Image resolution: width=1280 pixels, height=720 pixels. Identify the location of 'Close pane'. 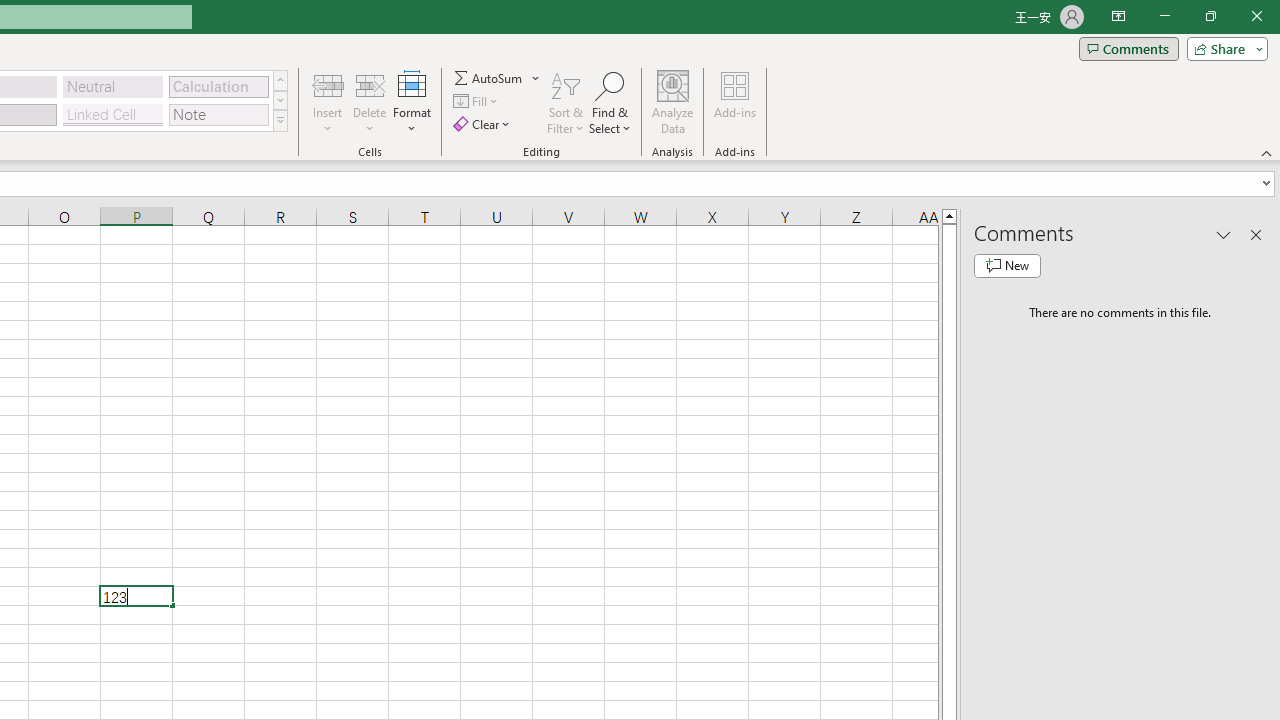
(1255, 234).